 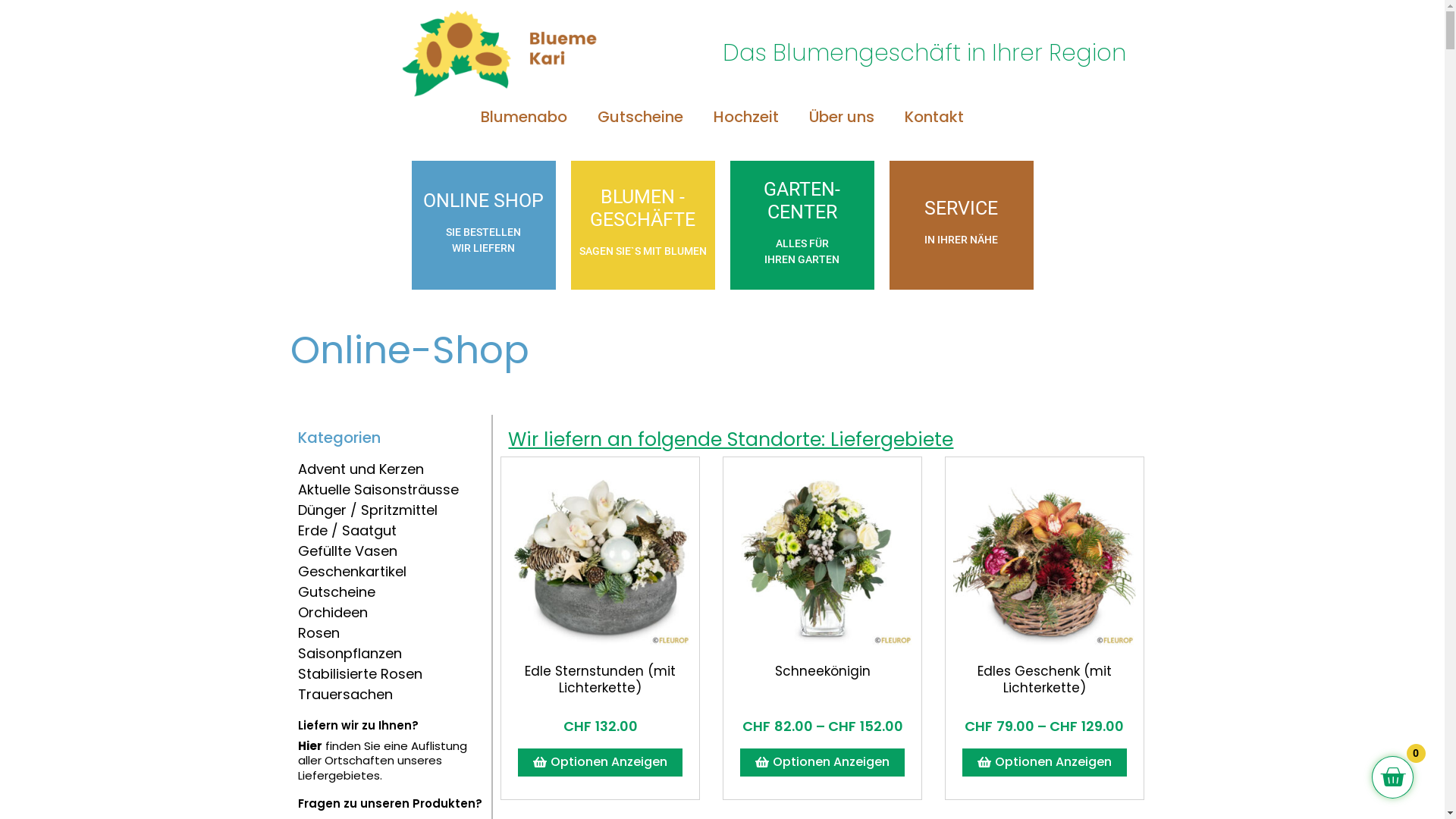 What do you see at coordinates (934, 116) in the screenshot?
I see `'Kontakt'` at bounding box center [934, 116].